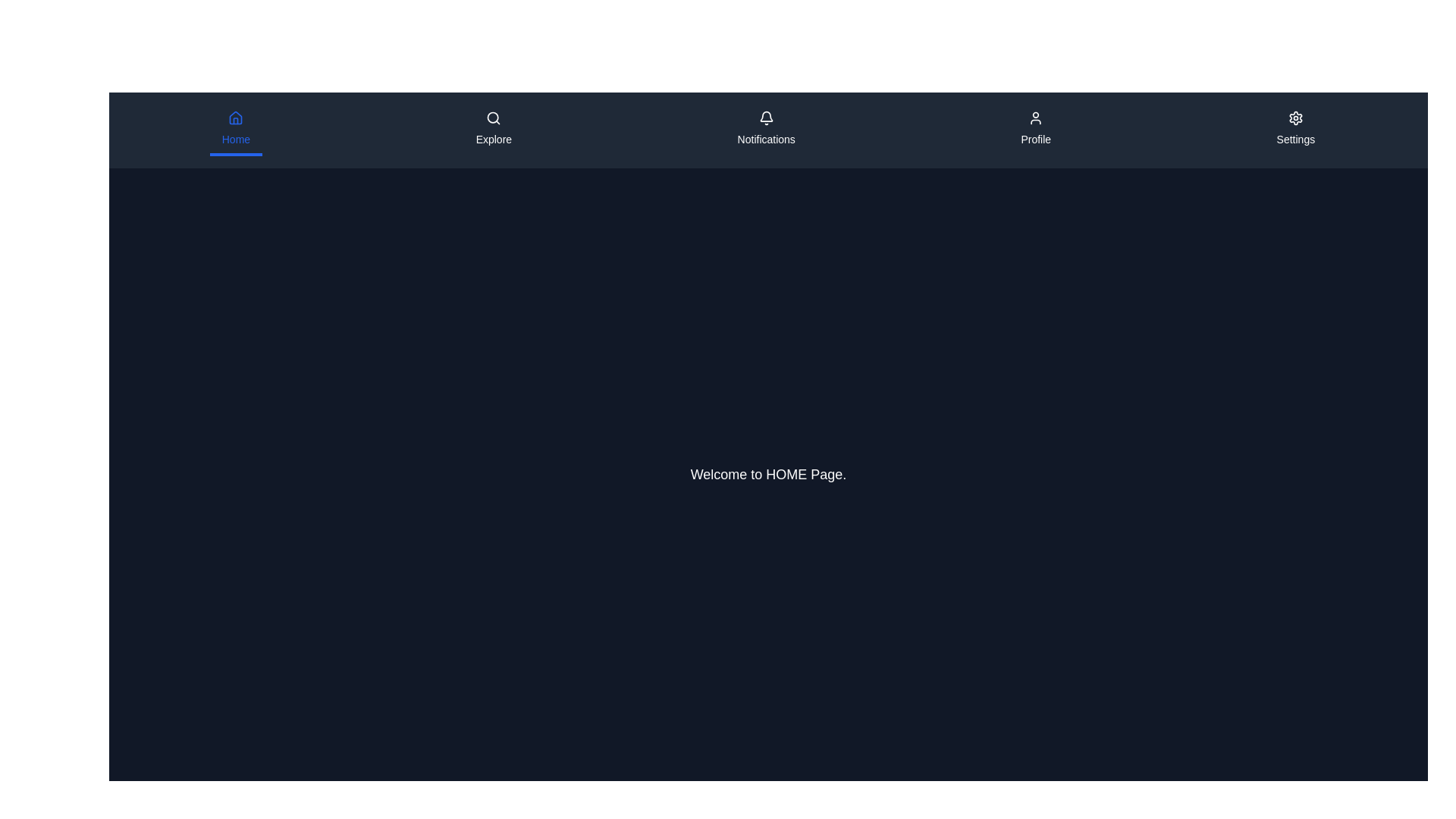 Image resolution: width=1456 pixels, height=819 pixels. I want to click on the notification icon, which is part of the top navigation bar and indicates new notifications to the user, so click(766, 115).